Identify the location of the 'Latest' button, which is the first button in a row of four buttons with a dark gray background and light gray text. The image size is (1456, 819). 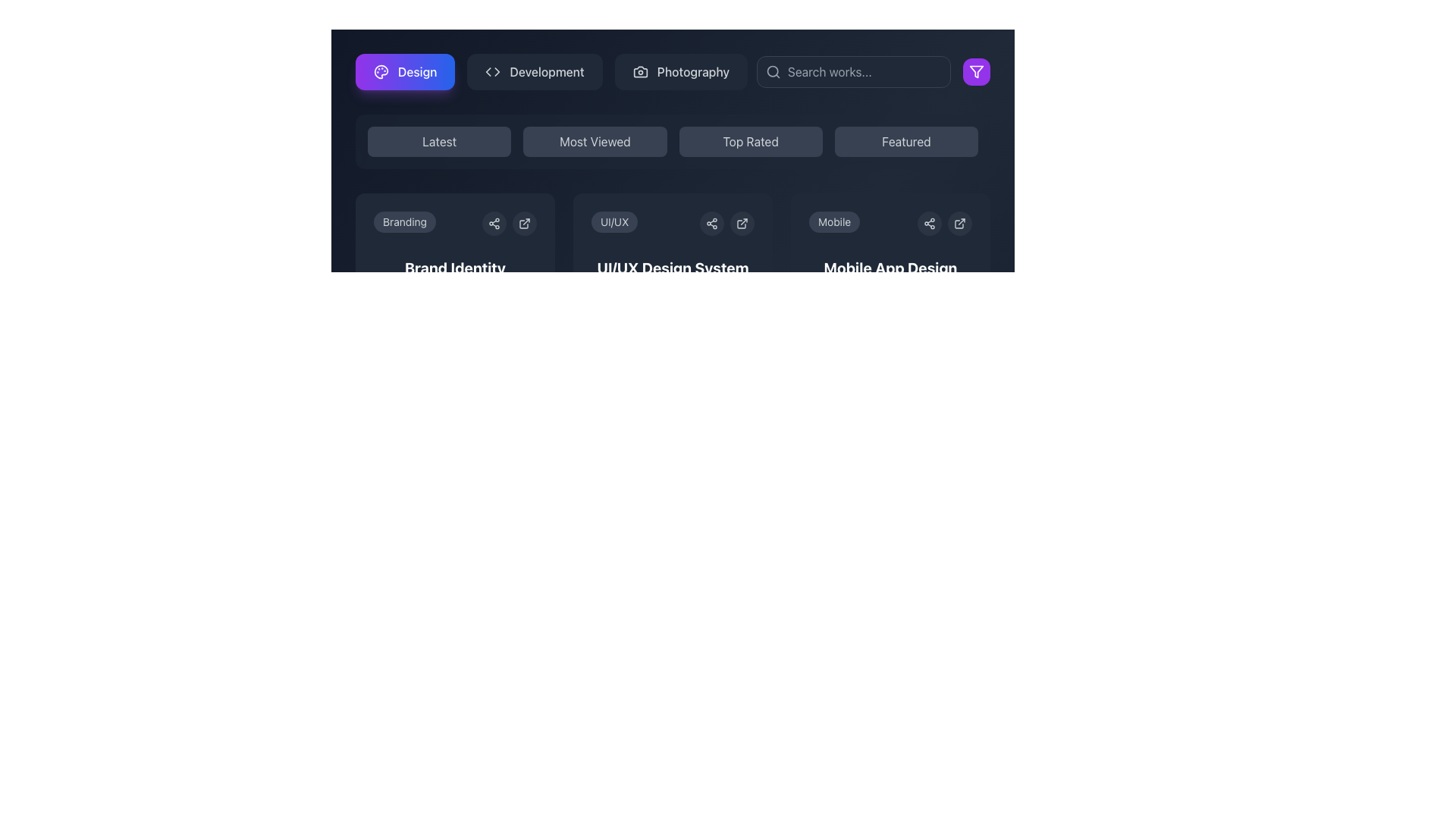
(438, 141).